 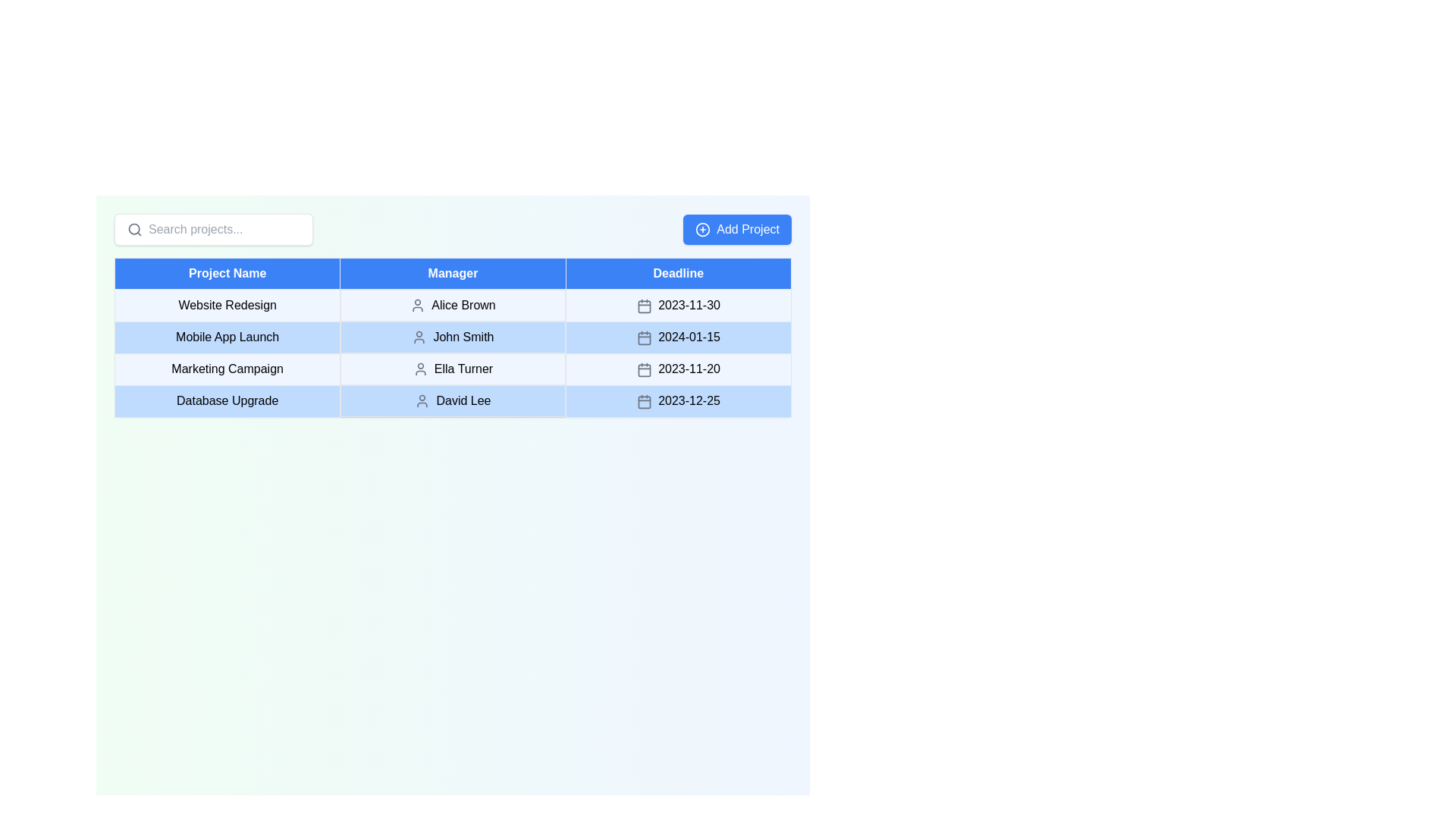 I want to click on the text label displaying 'John Smith' in the second column of the row for 'Mobile App Launch', which is centered in its cell below the 'Manager' header, so click(x=452, y=336).